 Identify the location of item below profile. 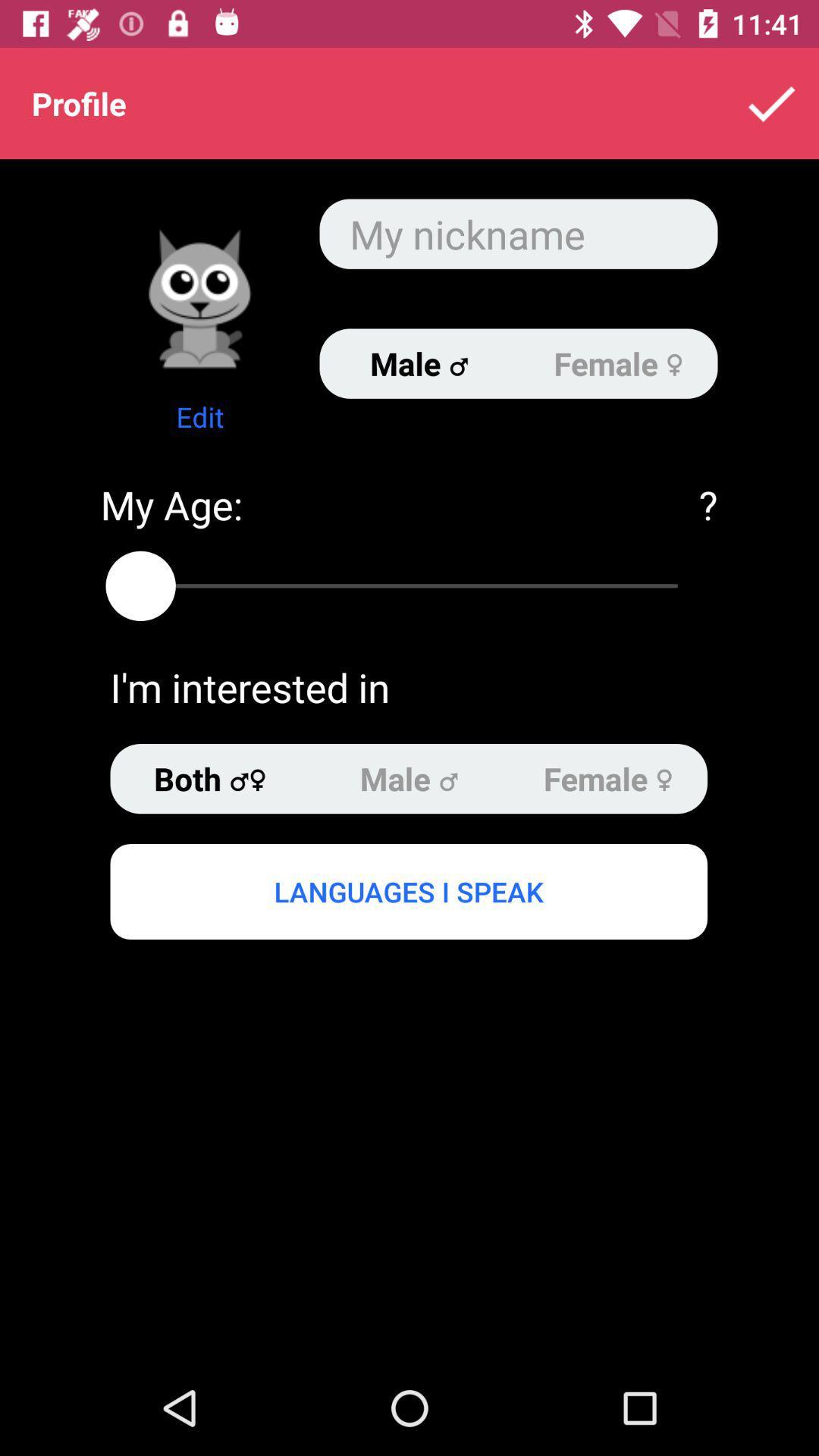
(199, 298).